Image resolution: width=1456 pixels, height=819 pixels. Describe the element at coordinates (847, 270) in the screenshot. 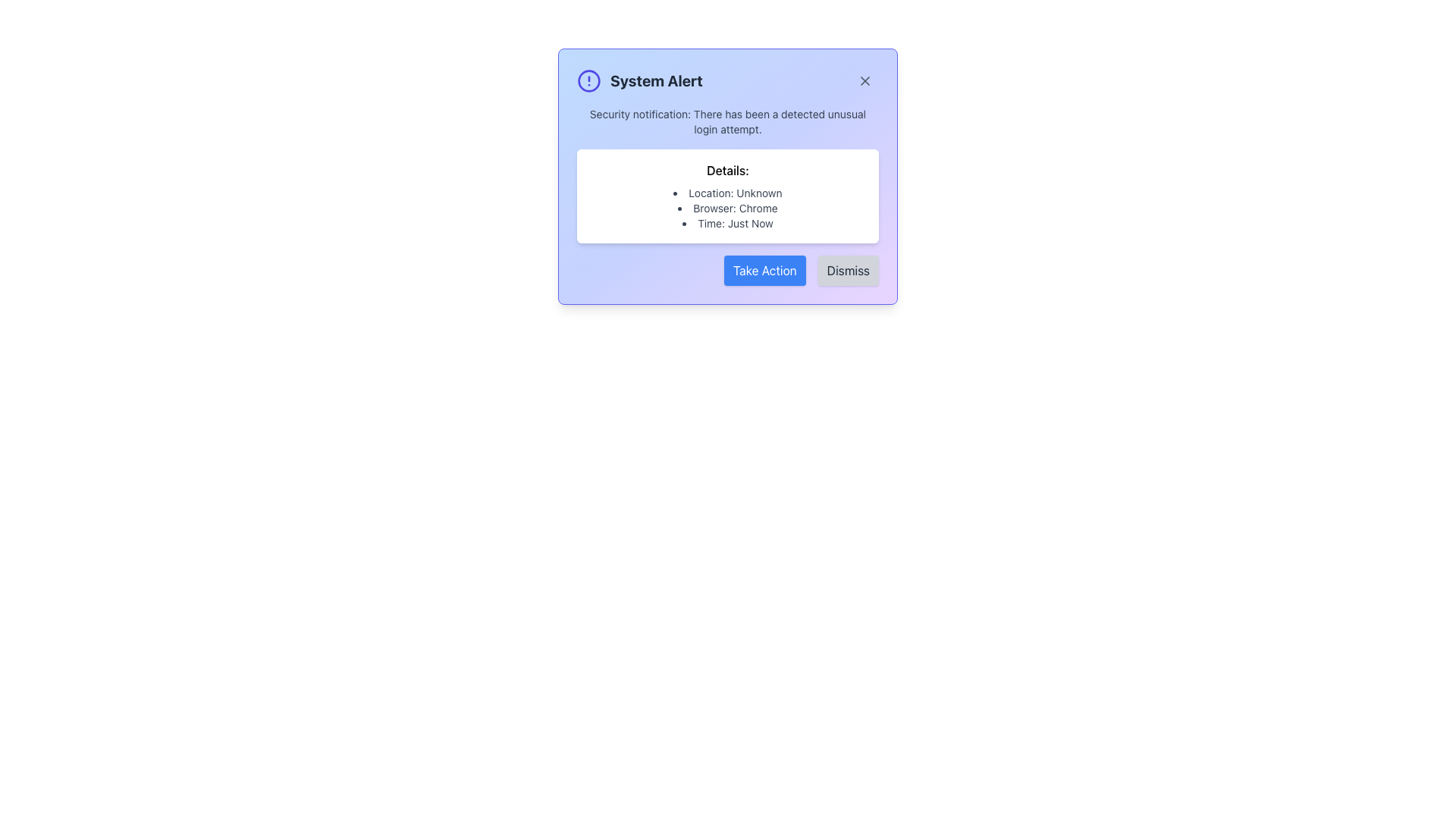

I see `the dismiss button located in the bottom-right corner of the dialog box` at that location.